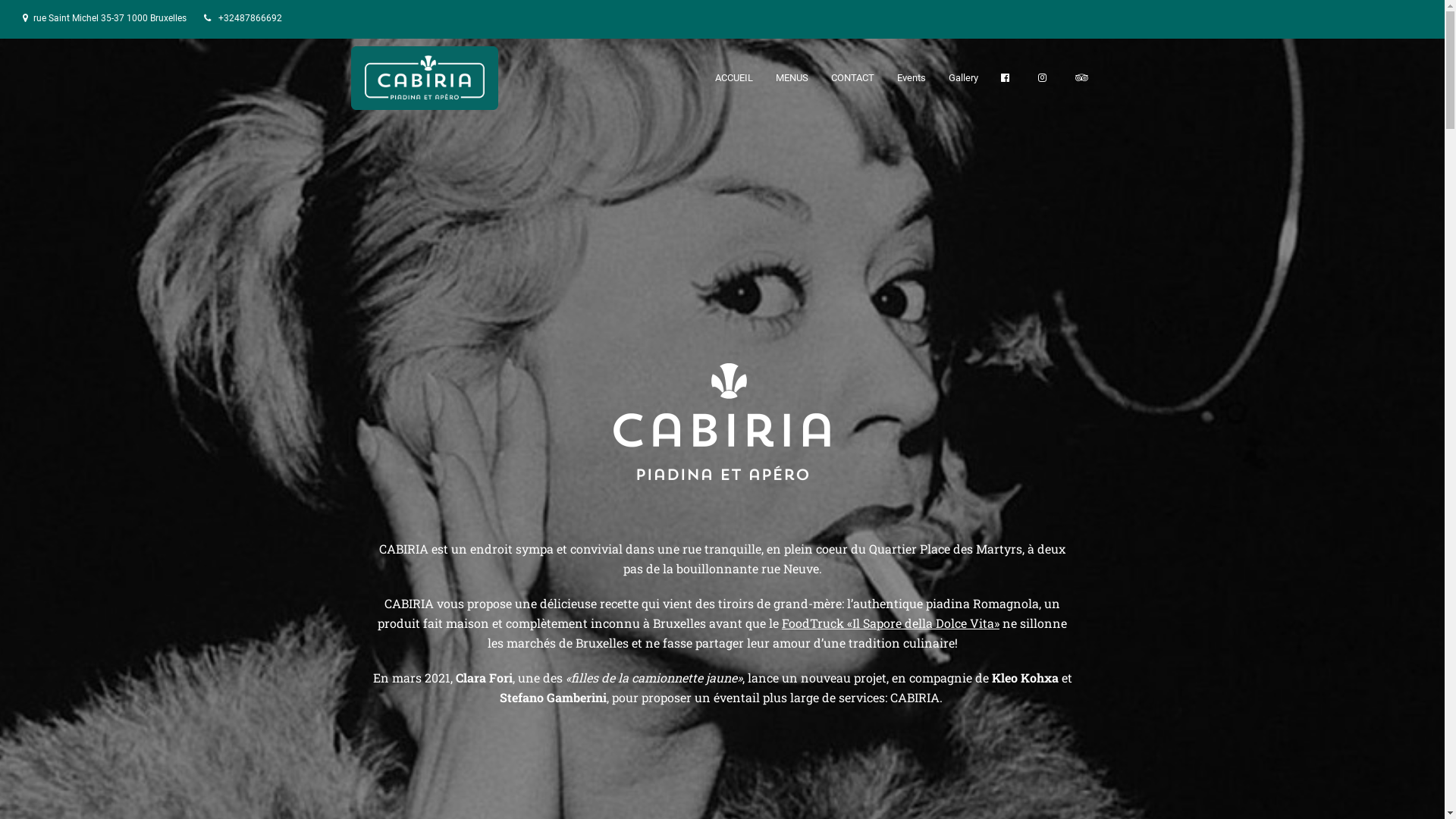  What do you see at coordinates (910, 78) in the screenshot?
I see `'Events'` at bounding box center [910, 78].